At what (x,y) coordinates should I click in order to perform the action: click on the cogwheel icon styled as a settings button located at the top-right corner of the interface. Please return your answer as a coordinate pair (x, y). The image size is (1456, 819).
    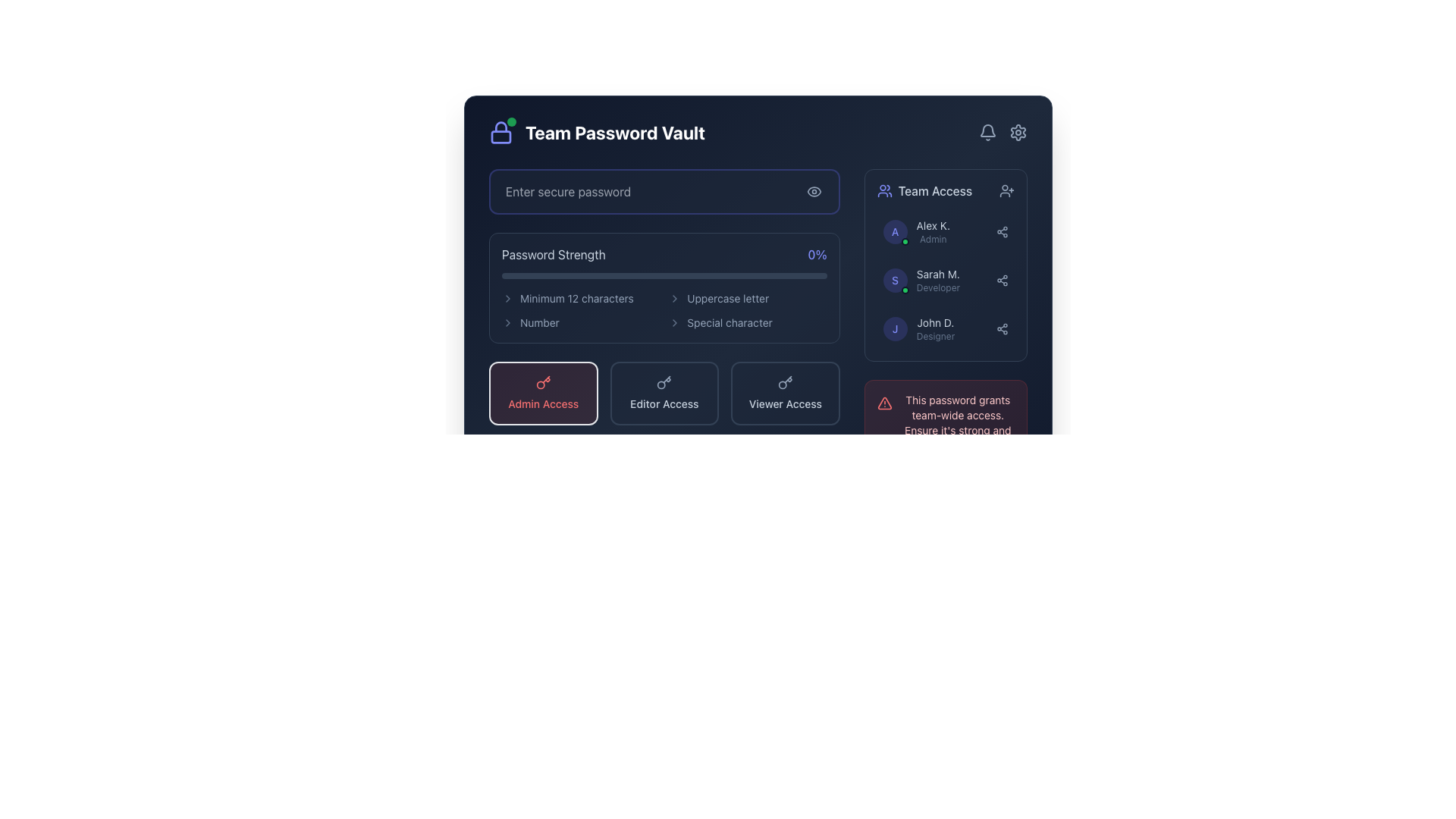
    Looking at the image, I should click on (1018, 131).